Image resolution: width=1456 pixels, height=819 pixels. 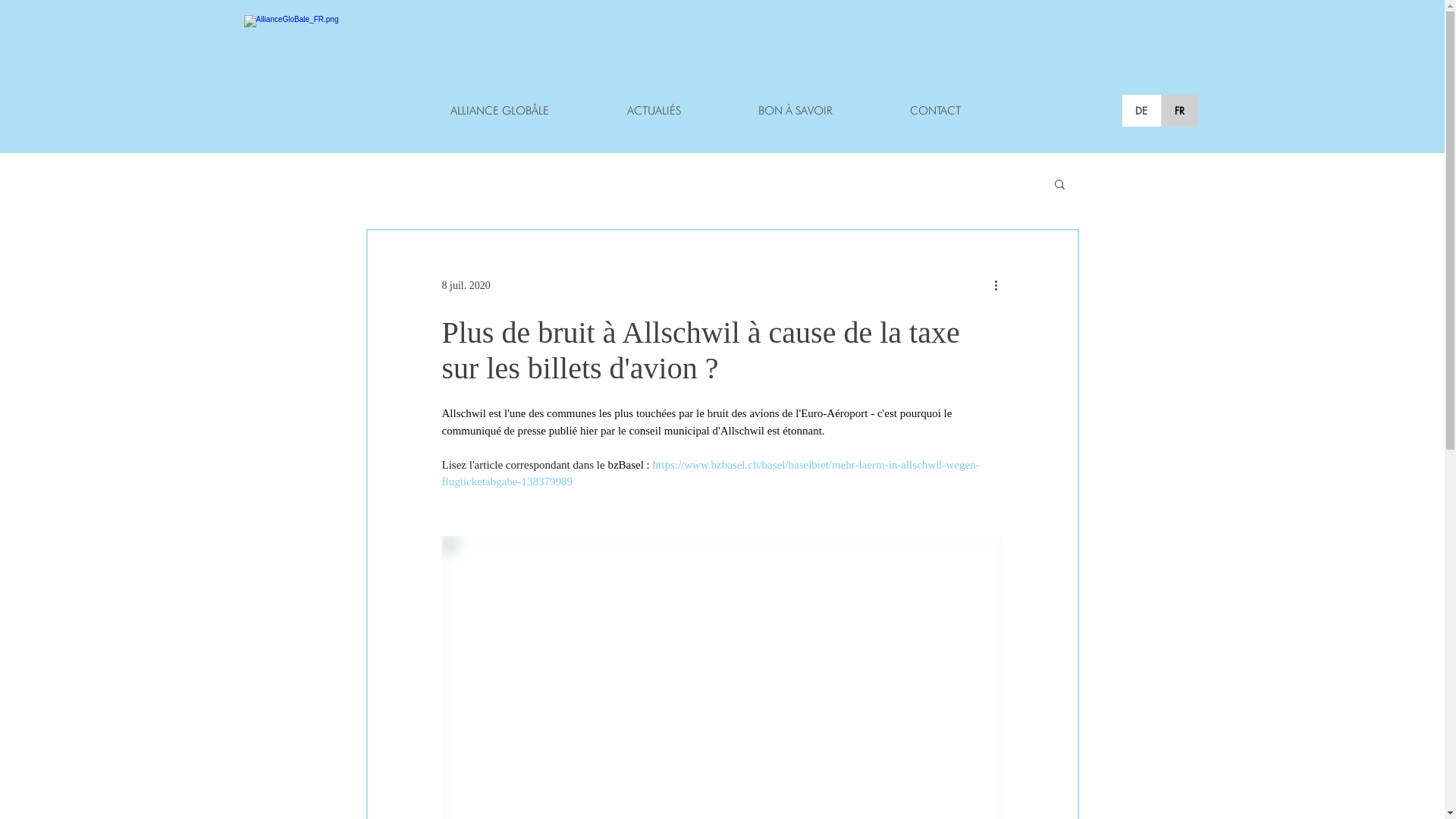 What do you see at coordinates (1141, 110) in the screenshot?
I see `'DE'` at bounding box center [1141, 110].